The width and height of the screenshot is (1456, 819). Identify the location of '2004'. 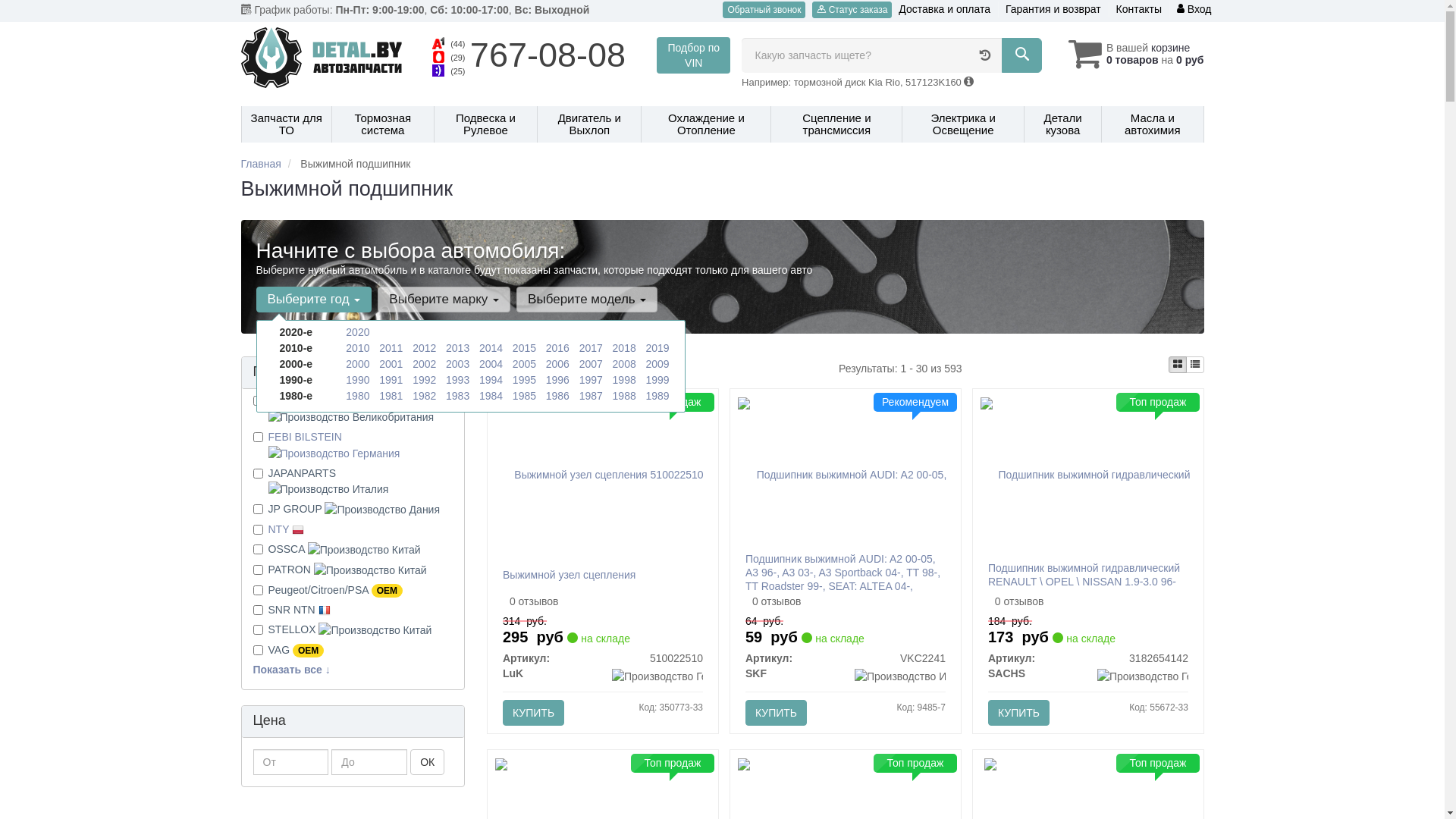
(491, 363).